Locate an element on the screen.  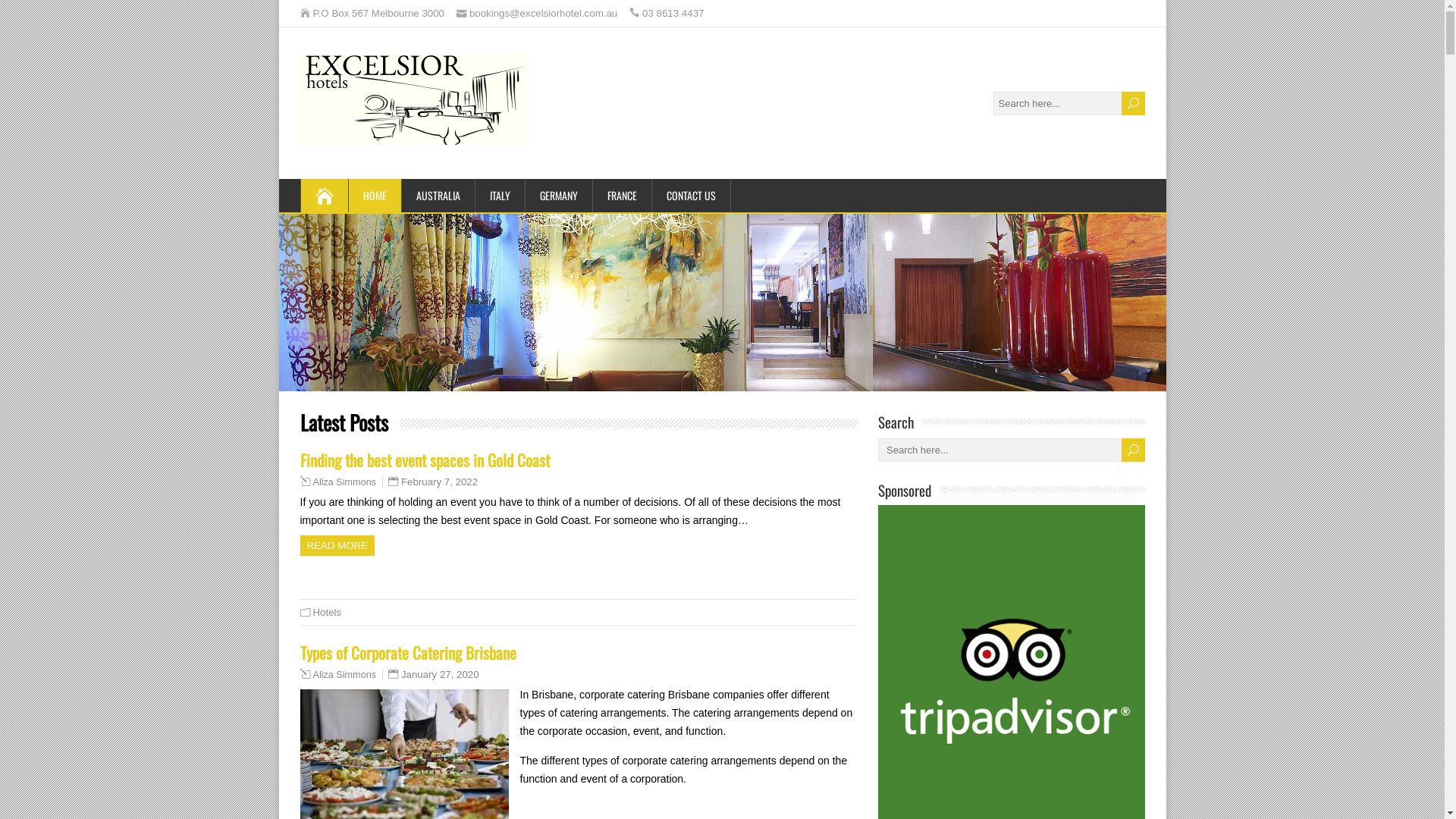
'GERMANY' is located at coordinates (524, 195).